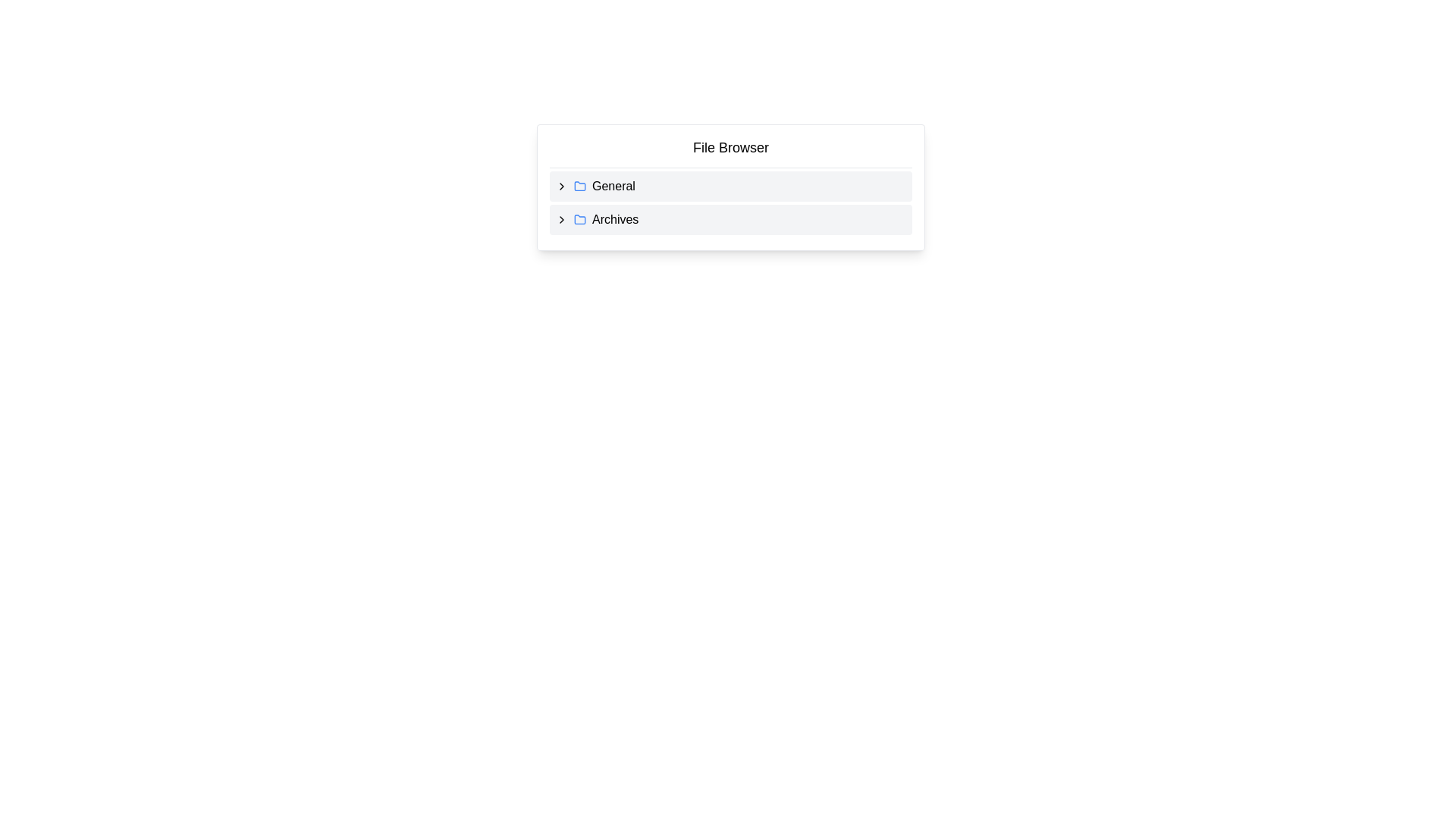 The image size is (1456, 819). I want to click on the chevron icon that toggles the 'General' section for tooltip or visual feedback, so click(560, 186).